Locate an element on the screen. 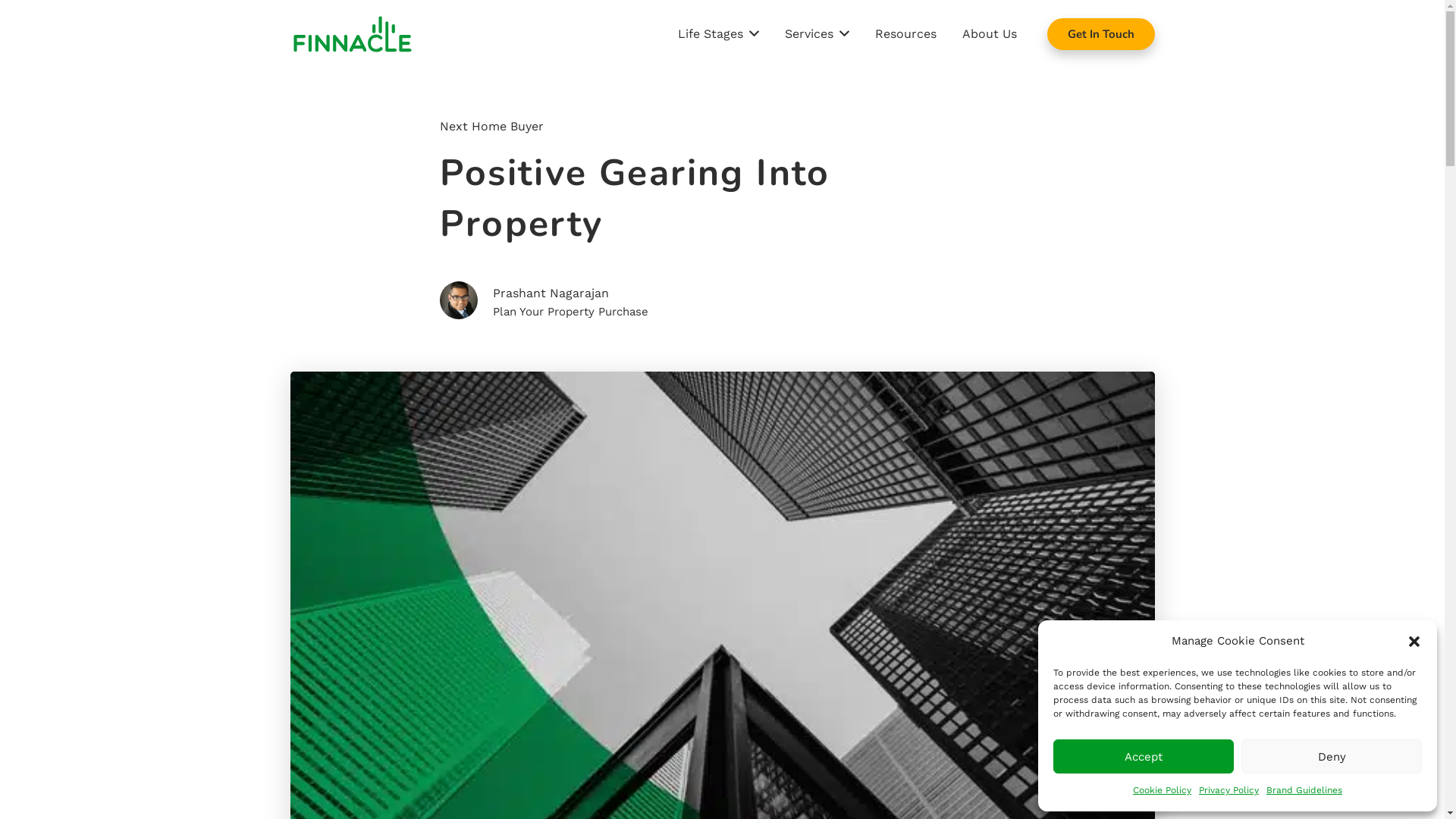 This screenshot has height=819, width=1456. 'Deny' is located at coordinates (1331, 756).